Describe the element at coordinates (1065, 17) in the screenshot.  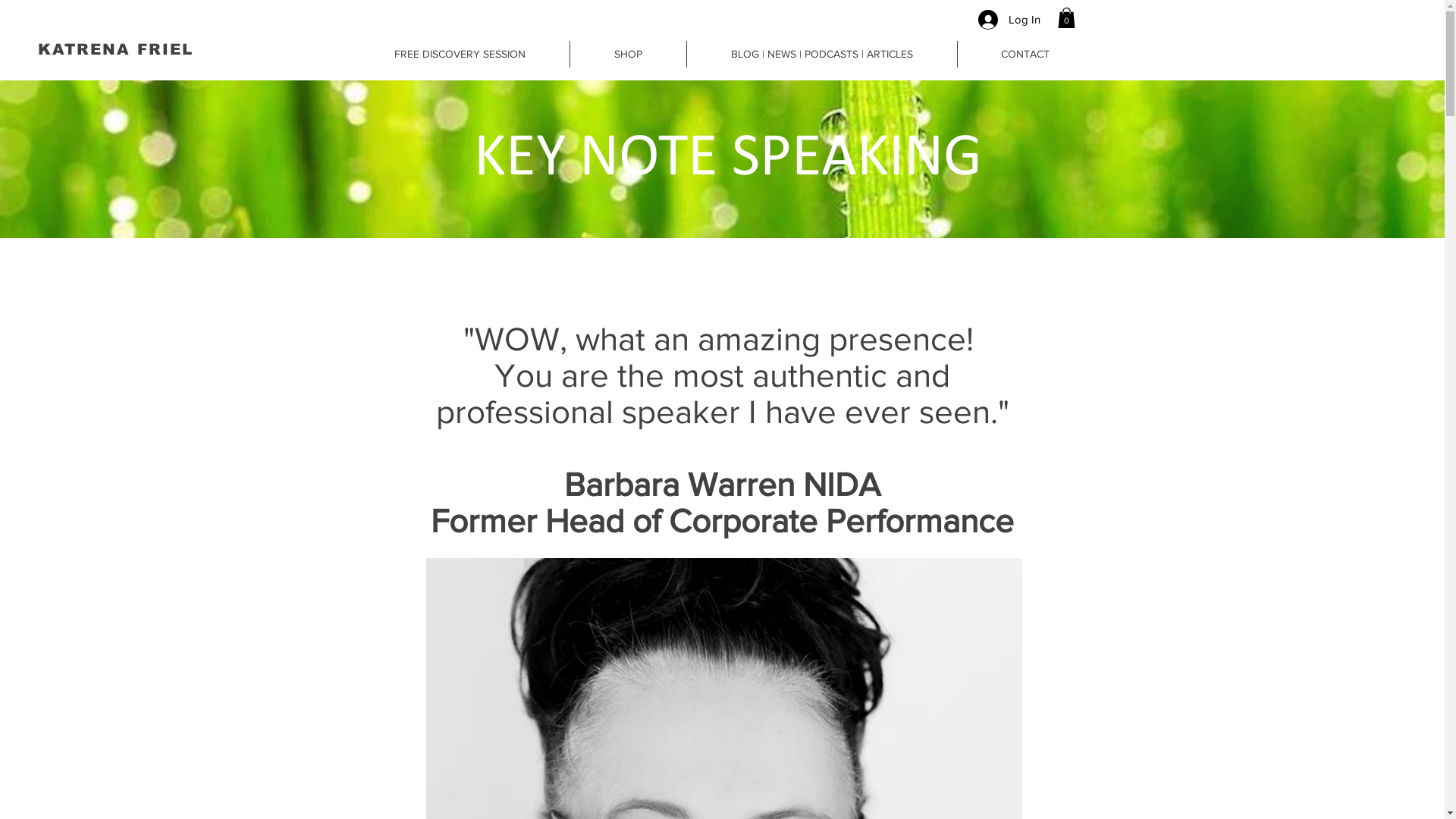
I see `'0'` at that location.